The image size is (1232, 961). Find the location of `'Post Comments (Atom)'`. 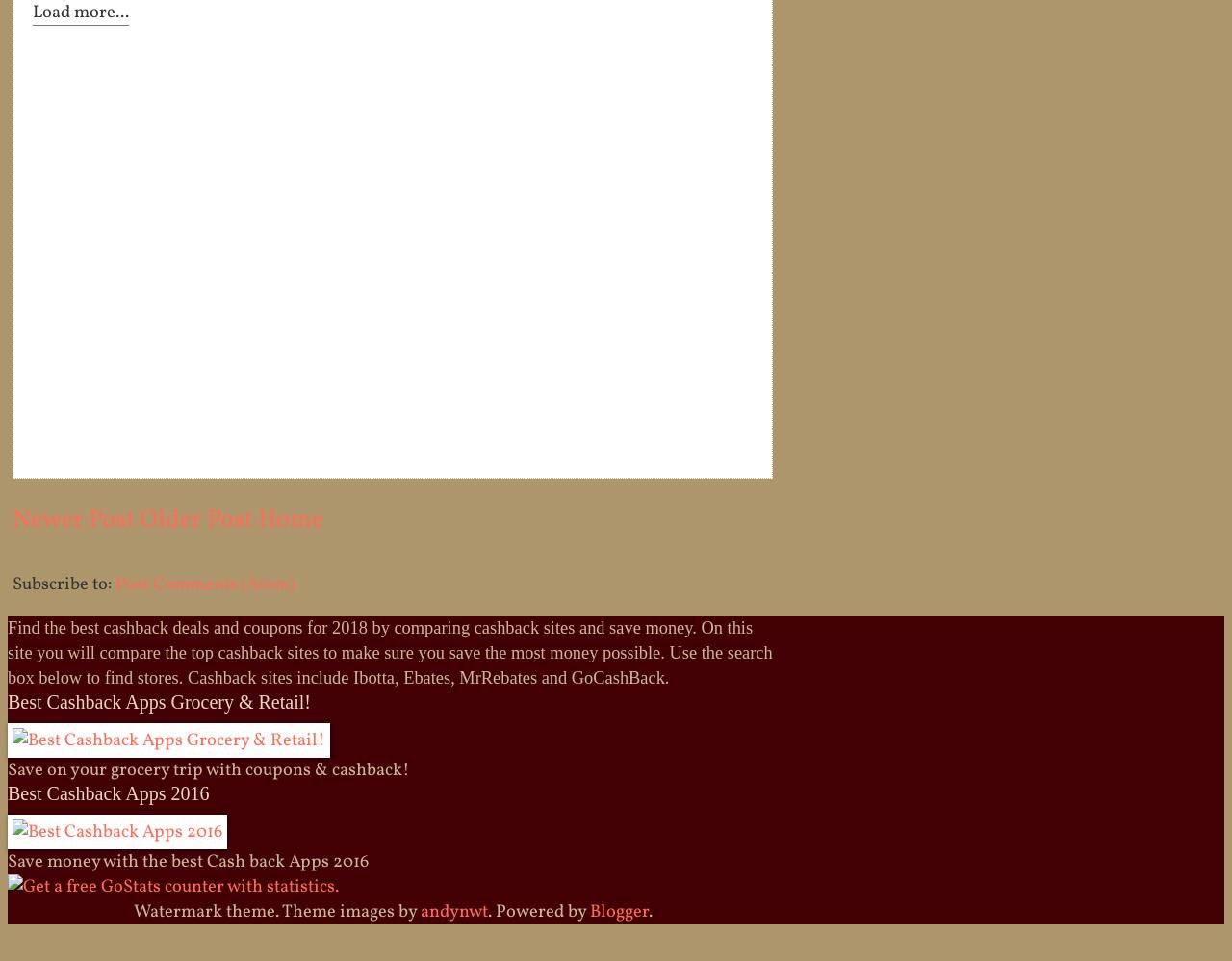

'Post Comments (Atom)' is located at coordinates (204, 583).